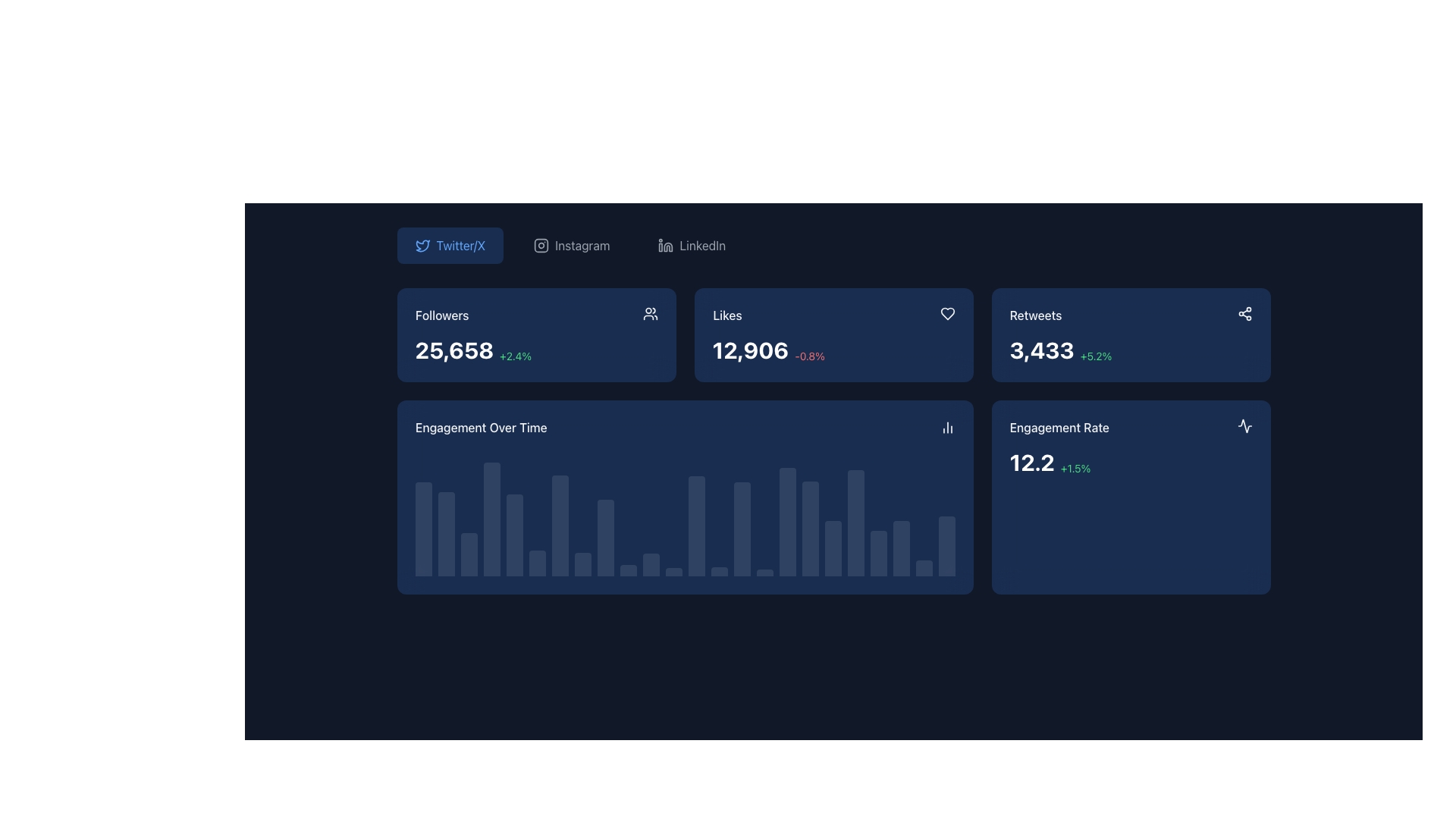  I want to click on the 6th bar in the engagement chart, so click(537, 563).